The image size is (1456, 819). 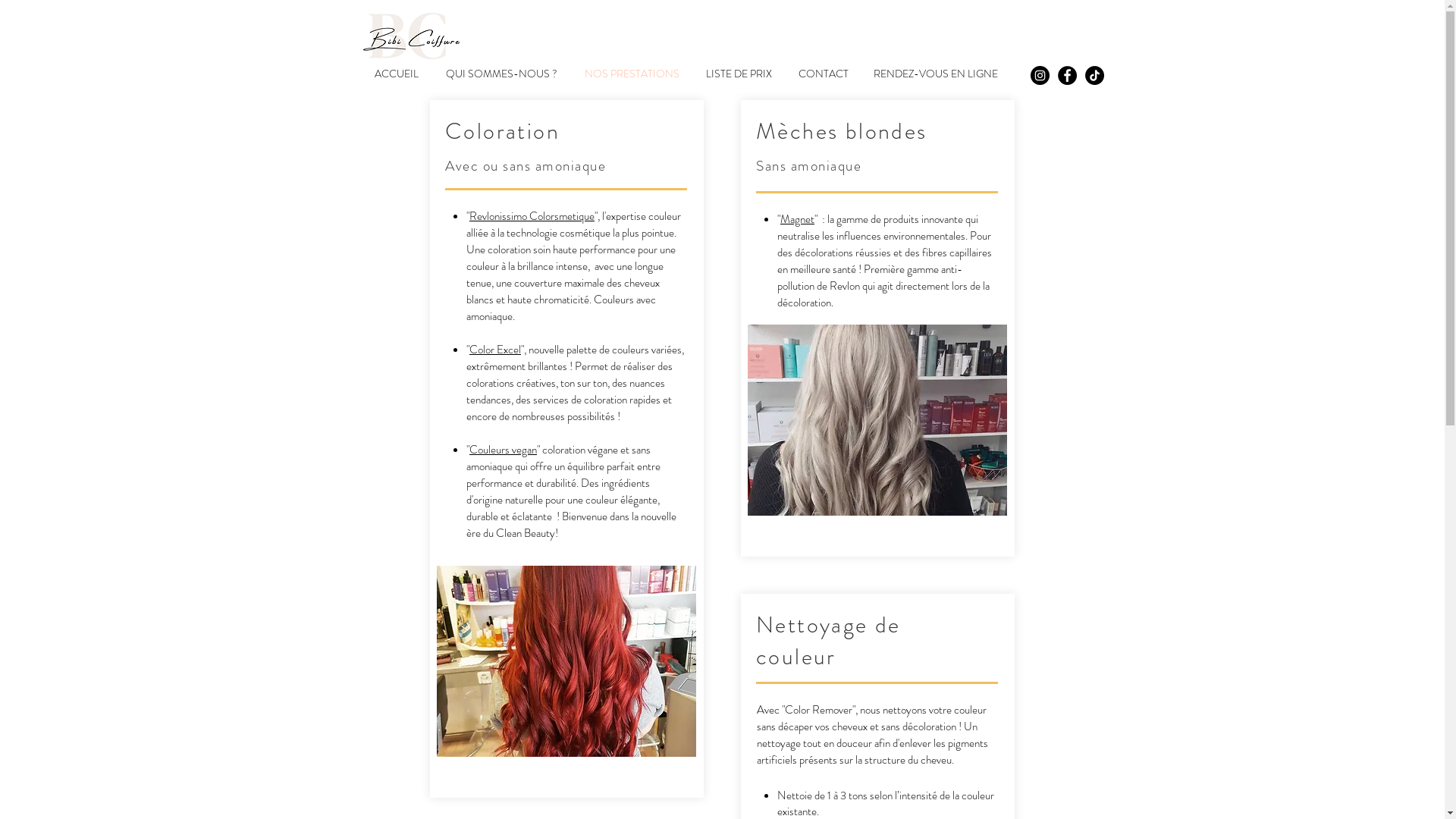 What do you see at coordinates (934, 74) in the screenshot?
I see `'RENDEZ-VOUS EN LIGNE'` at bounding box center [934, 74].